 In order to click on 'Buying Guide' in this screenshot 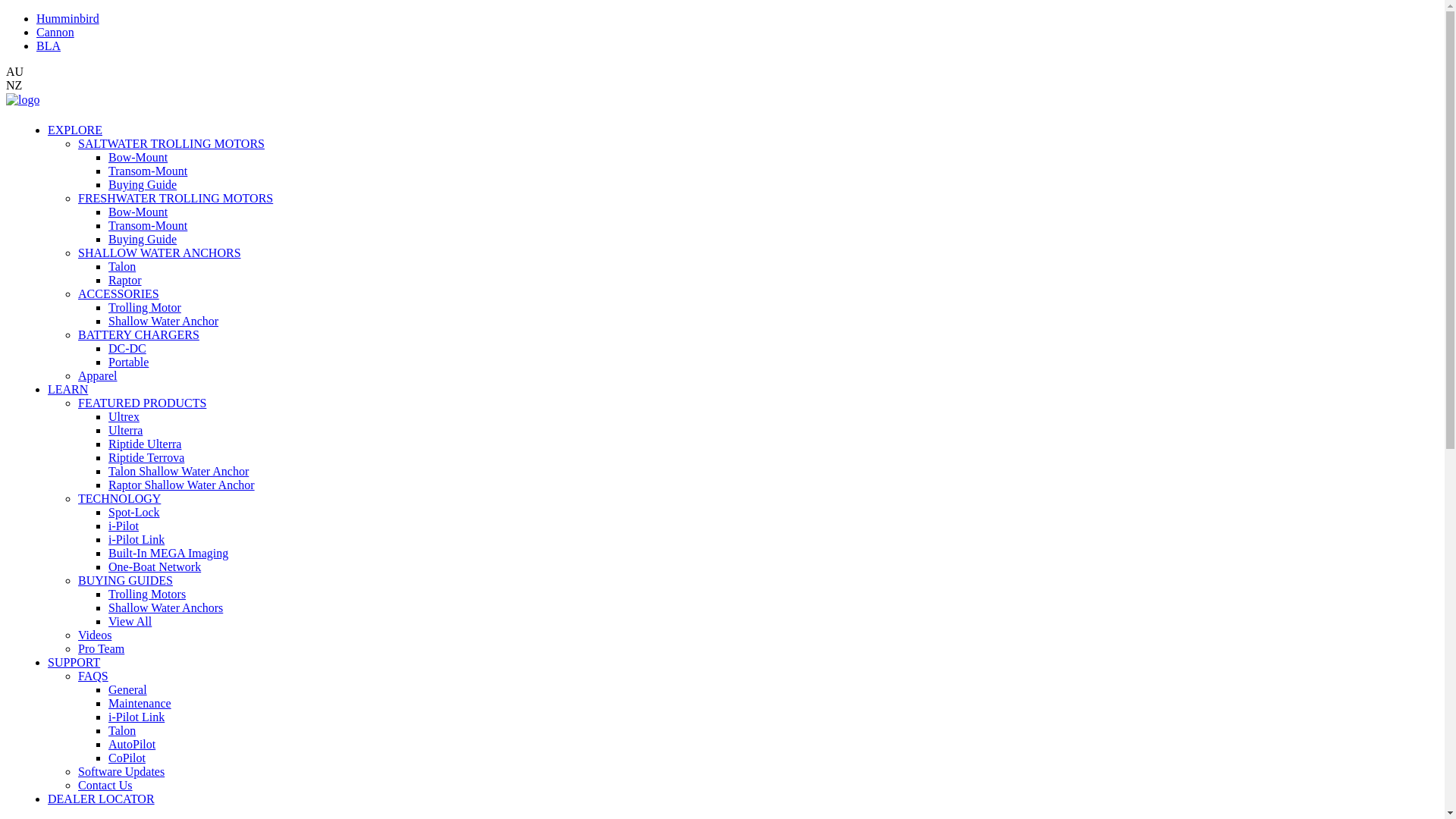, I will do `click(108, 184)`.